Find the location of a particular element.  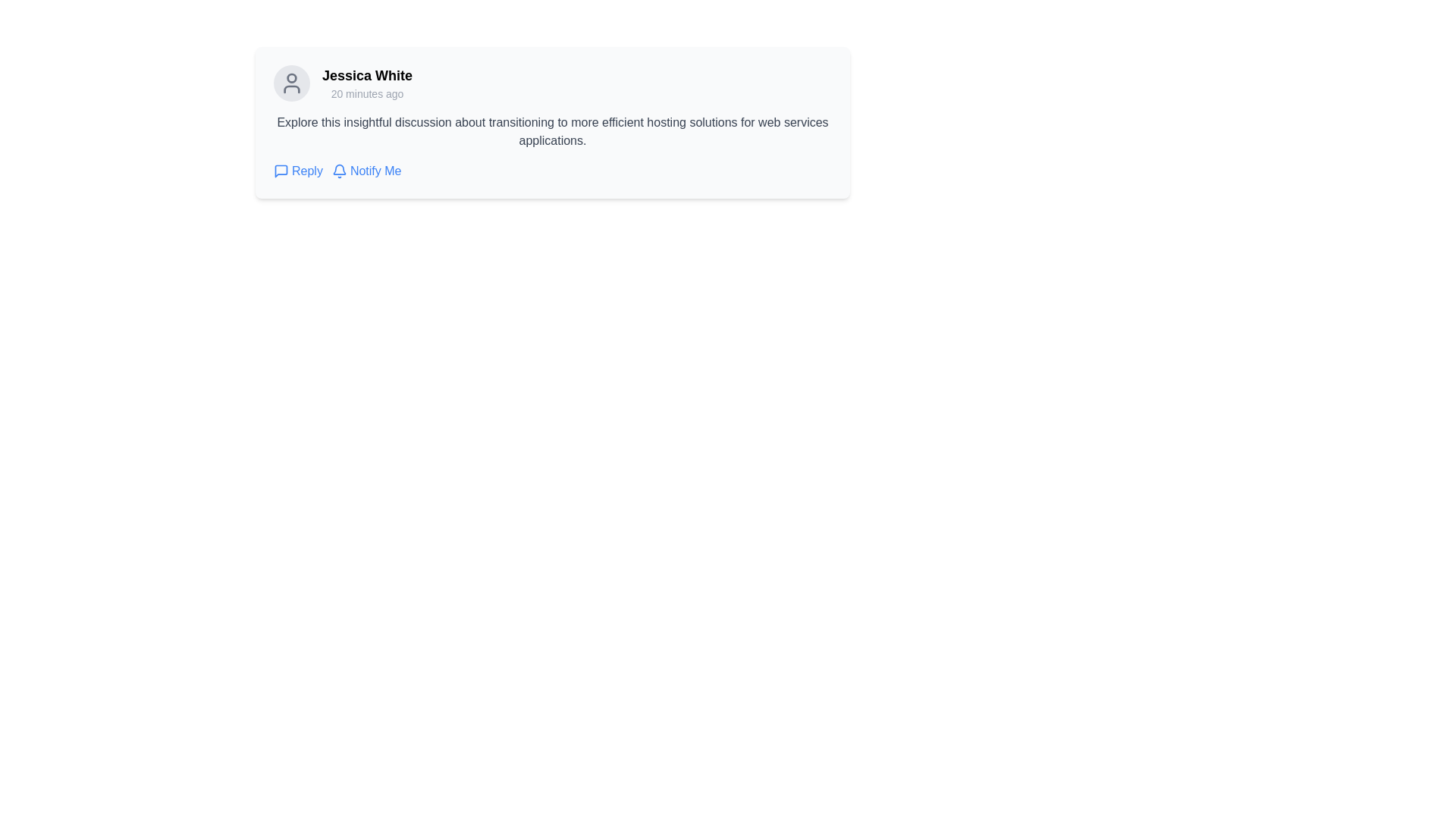

the 'Notify Me' button located at the bottom of the card labeled 'Jessica White' to subscribe to notifications is located at coordinates (552, 171).